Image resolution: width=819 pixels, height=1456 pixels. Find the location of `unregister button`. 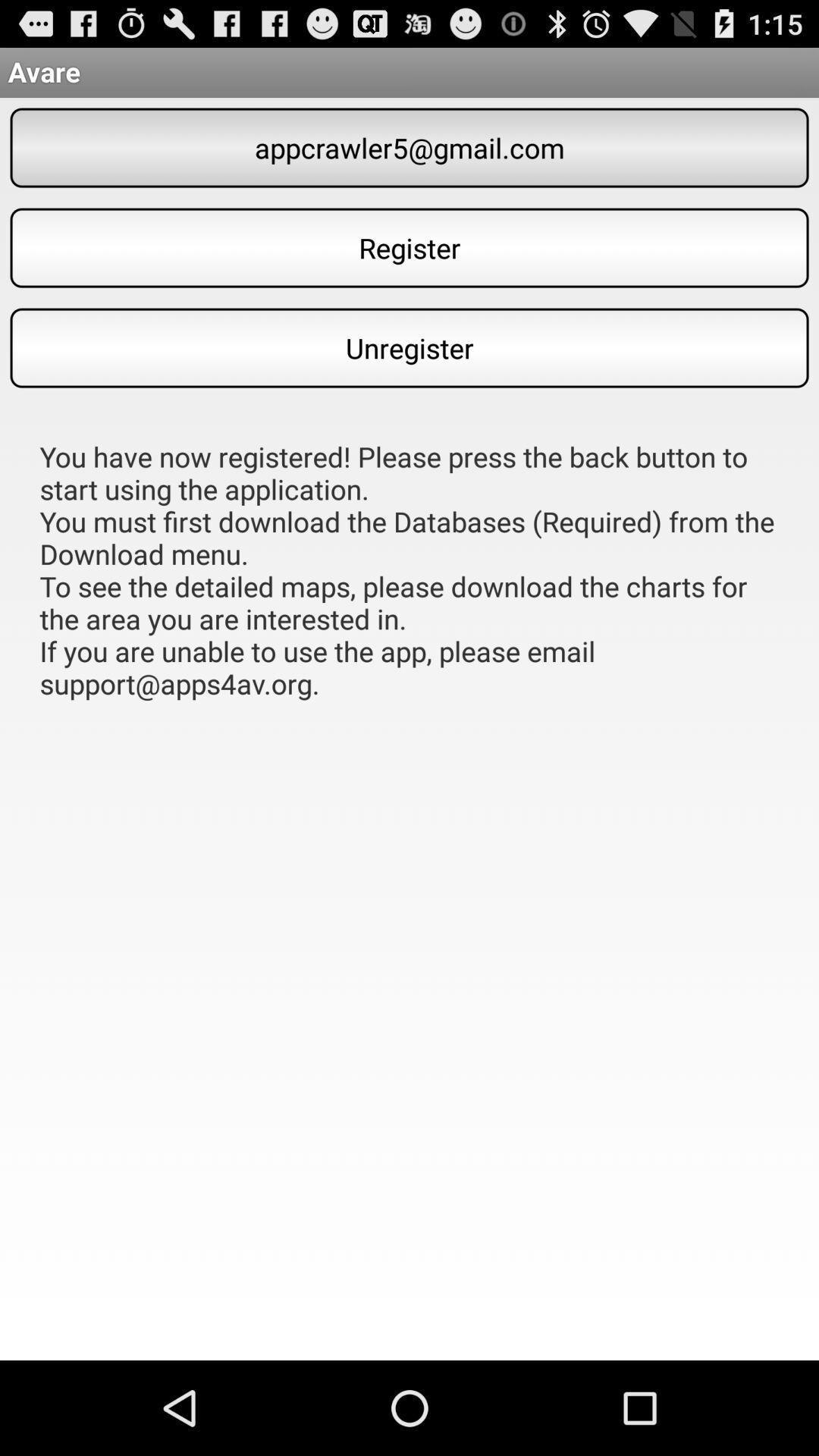

unregister button is located at coordinates (409, 347).